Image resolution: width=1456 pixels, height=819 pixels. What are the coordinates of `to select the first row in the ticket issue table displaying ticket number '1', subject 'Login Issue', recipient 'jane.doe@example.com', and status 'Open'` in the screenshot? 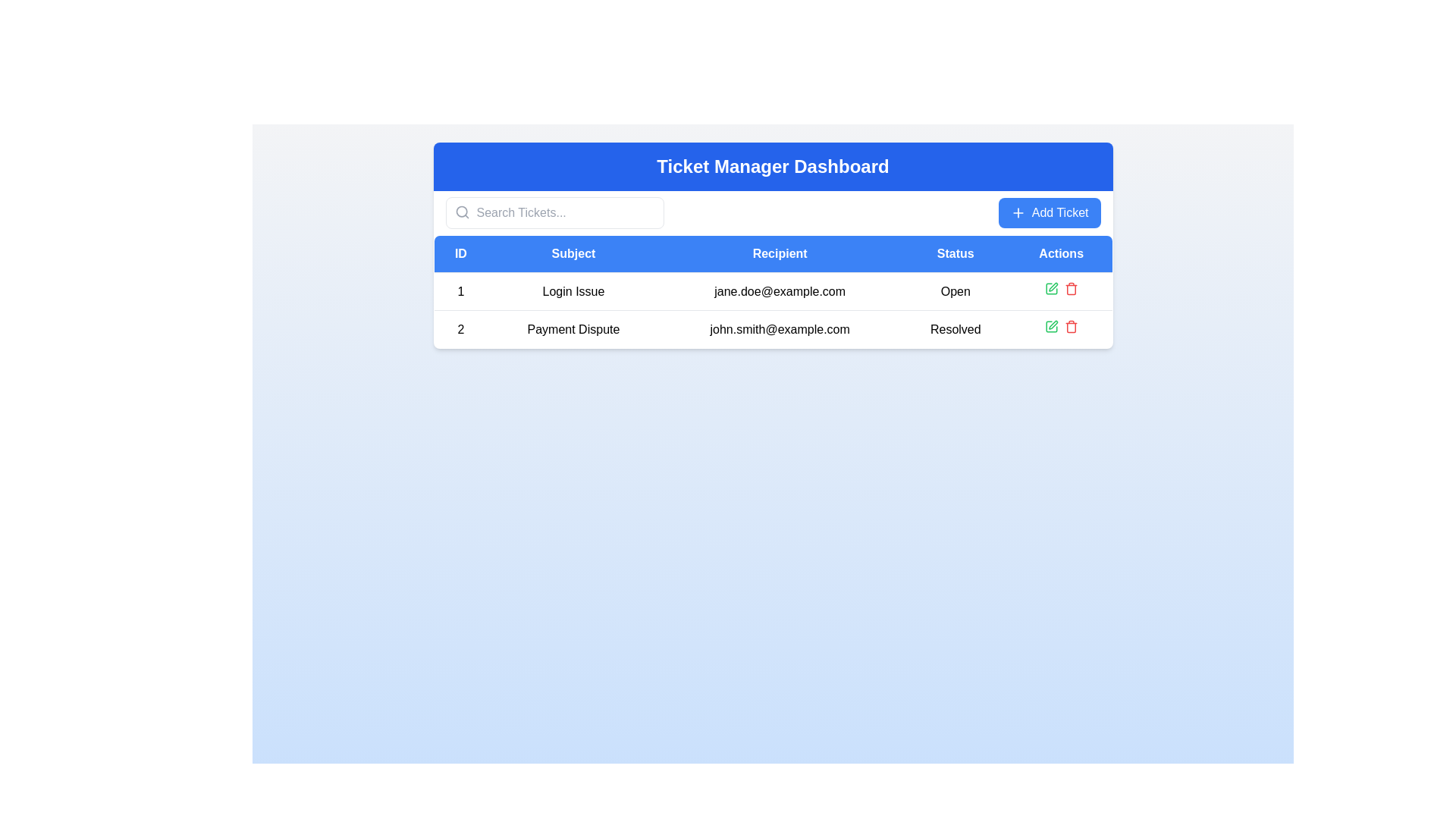 It's located at (773, 291).